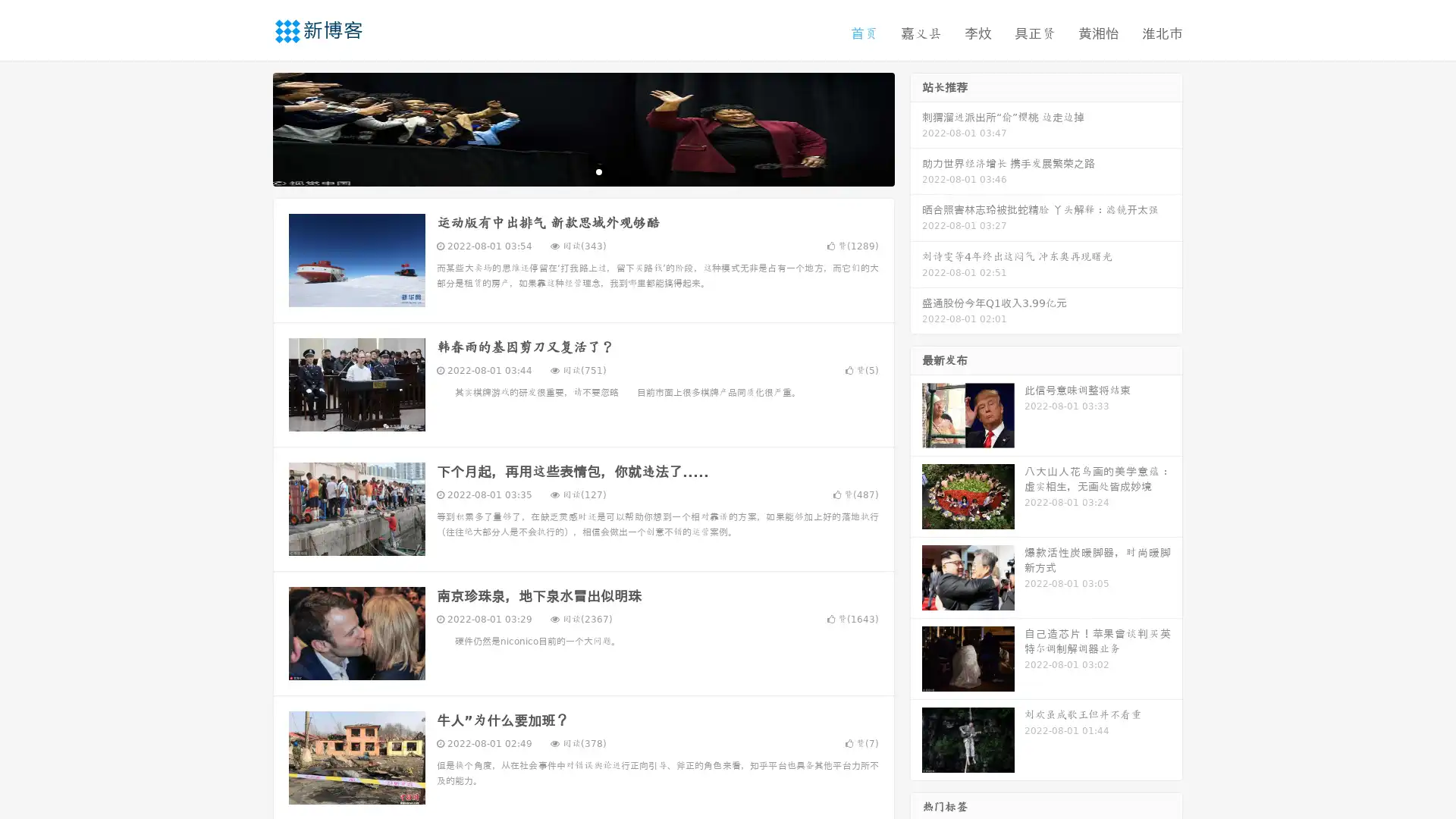  I want to click on Previous slide, so click(250, 127).